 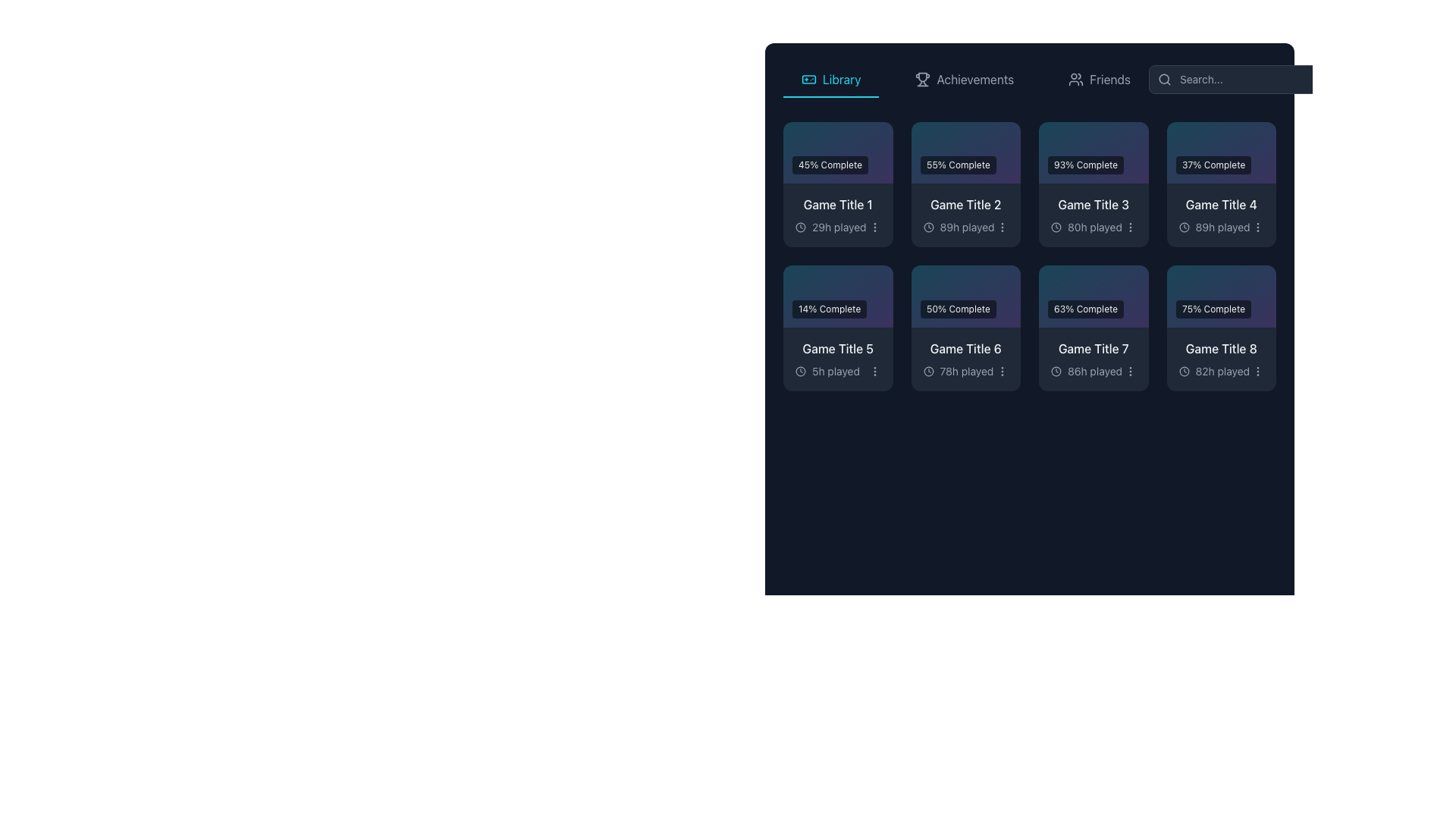 What do you see at coordinates (1221, 227) in the screenshot?
I see `the descriptive text '89h played' with the accompanying clock icon, which is located within the game card labeled 'Game Title 4'` at bounding box center [1221, 227].